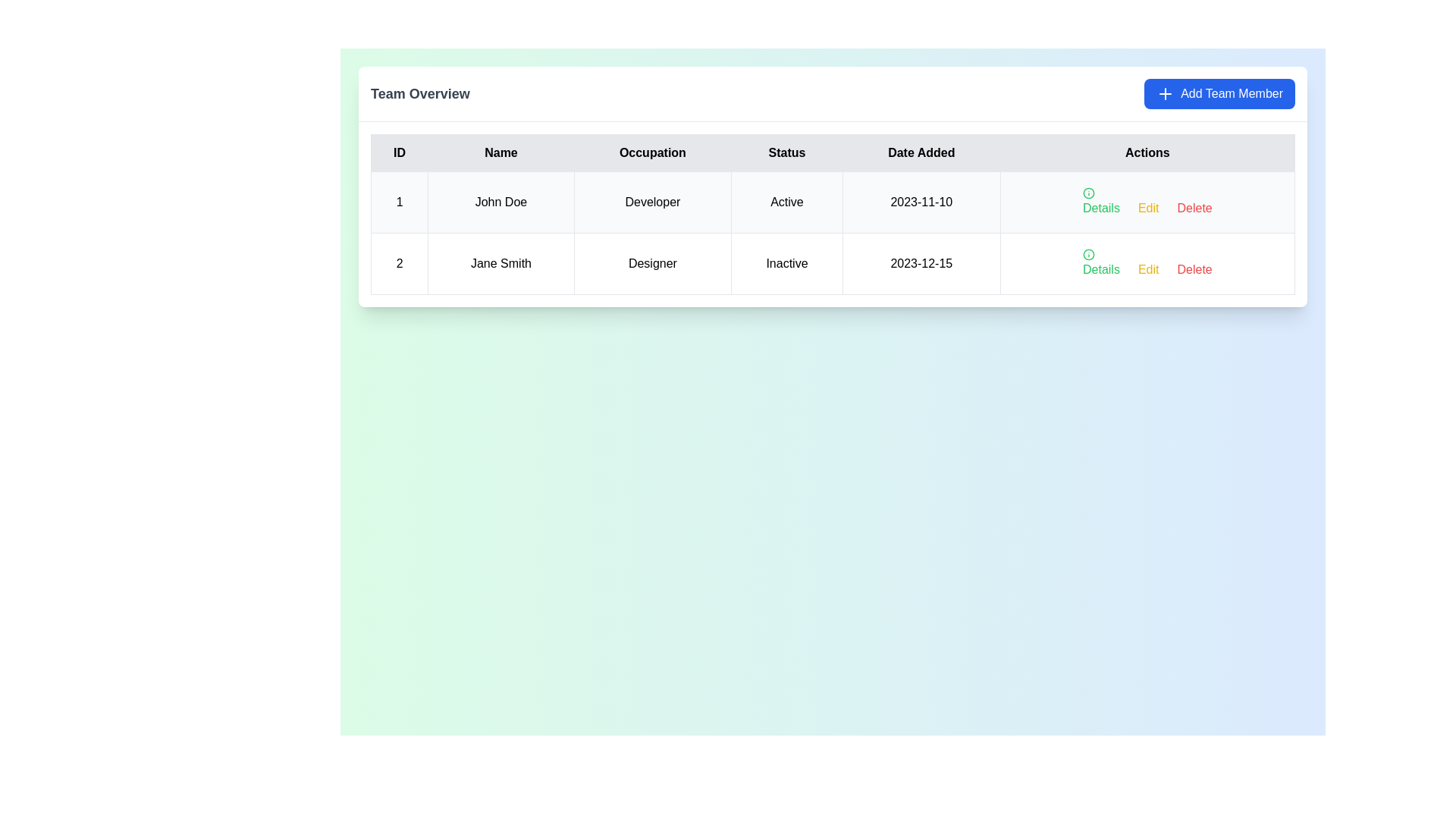  I want to click on text 'Date Added' from the table header cell that has a light grey background and bold, black text, located in the fifth column of the table header row, so click(921, 152).